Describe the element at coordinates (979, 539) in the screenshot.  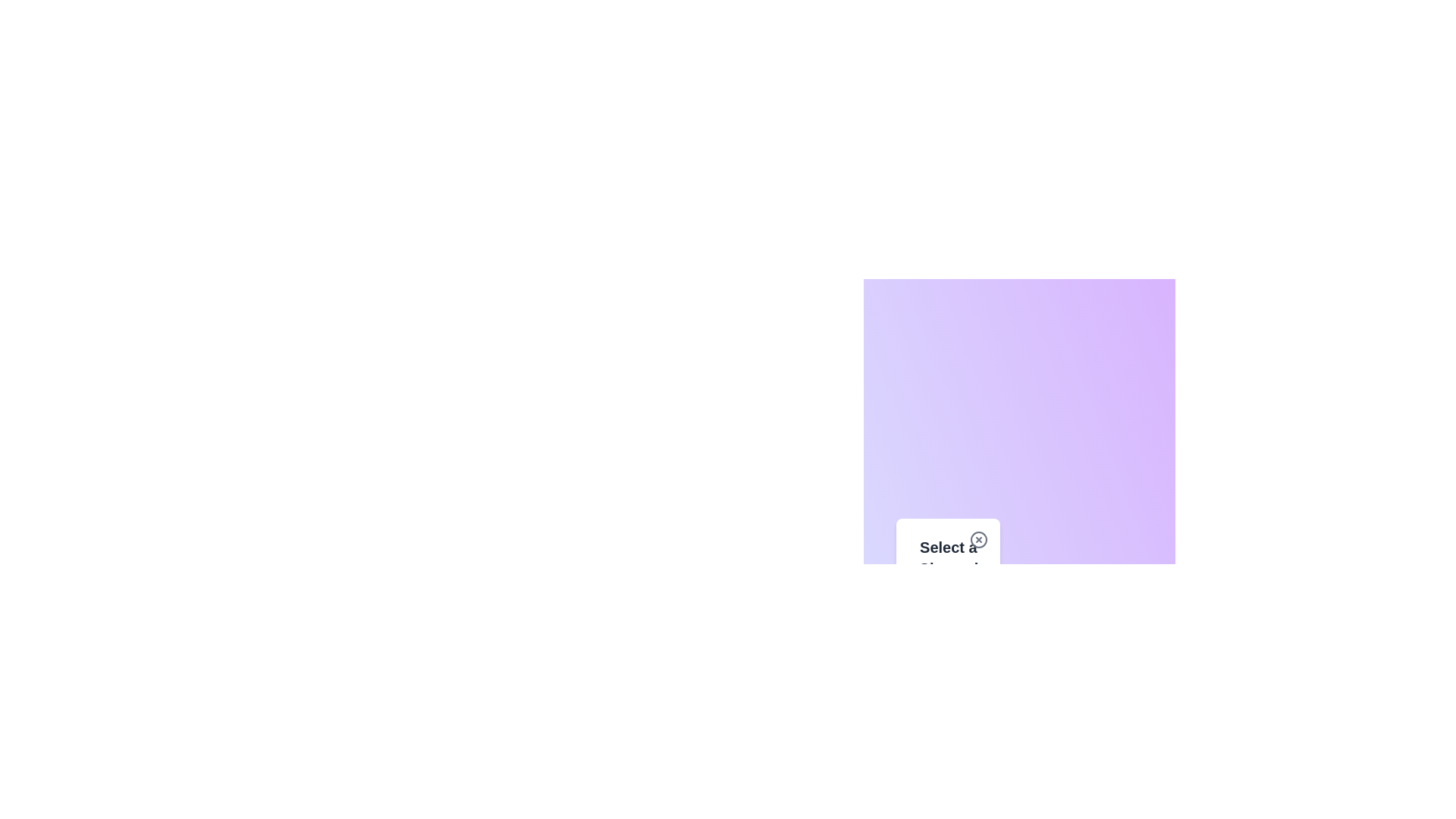
I see `the close icon represented by a circular shape with a cross inside, located at the top-right corner of the purple background area` at that location.